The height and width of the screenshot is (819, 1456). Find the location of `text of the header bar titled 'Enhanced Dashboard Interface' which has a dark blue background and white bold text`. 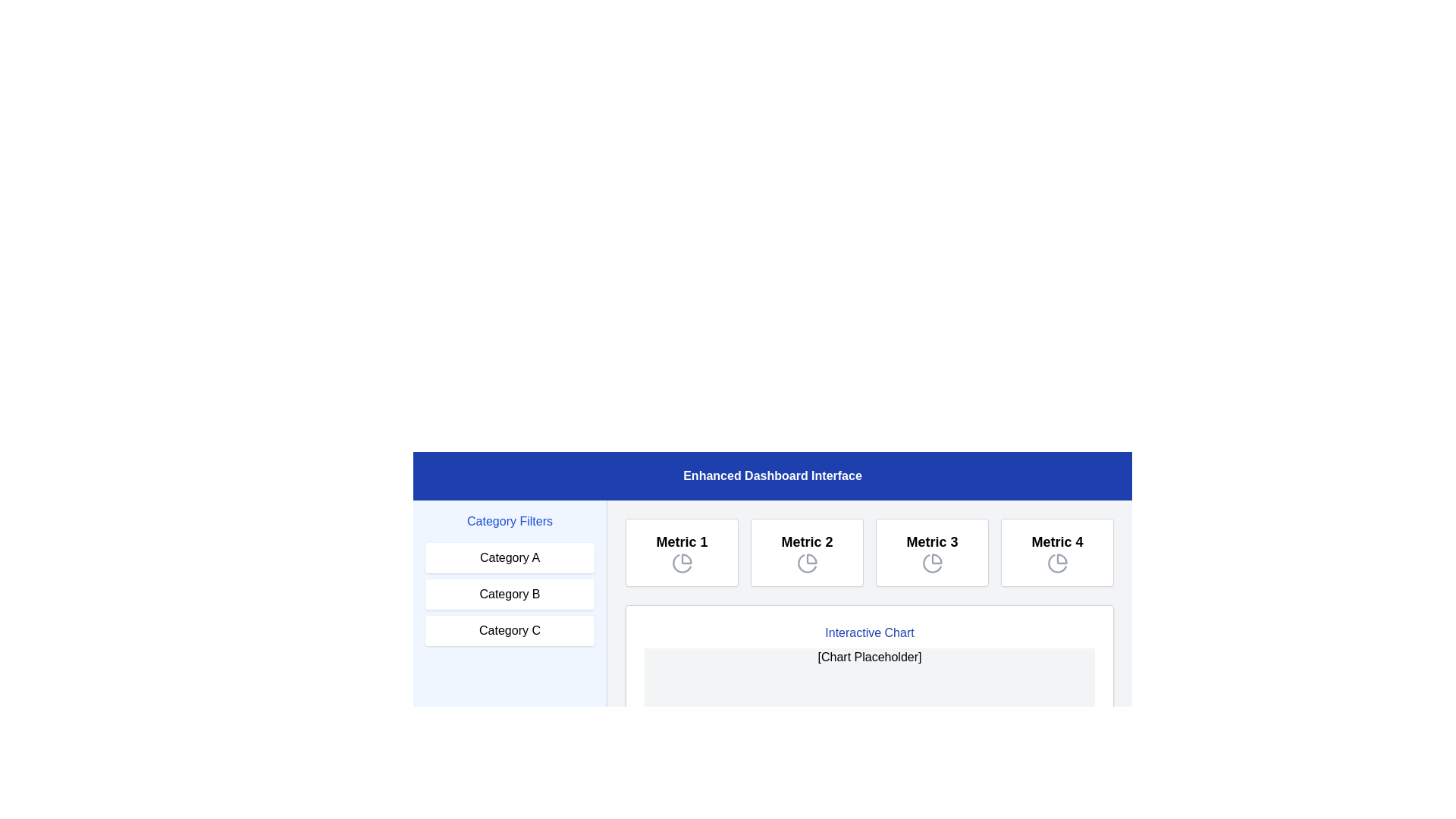

text of the header bar titled 'Enhanced Dashboard Interface' which has a dark blue background and white bold text is located at coordinates (772, 475).